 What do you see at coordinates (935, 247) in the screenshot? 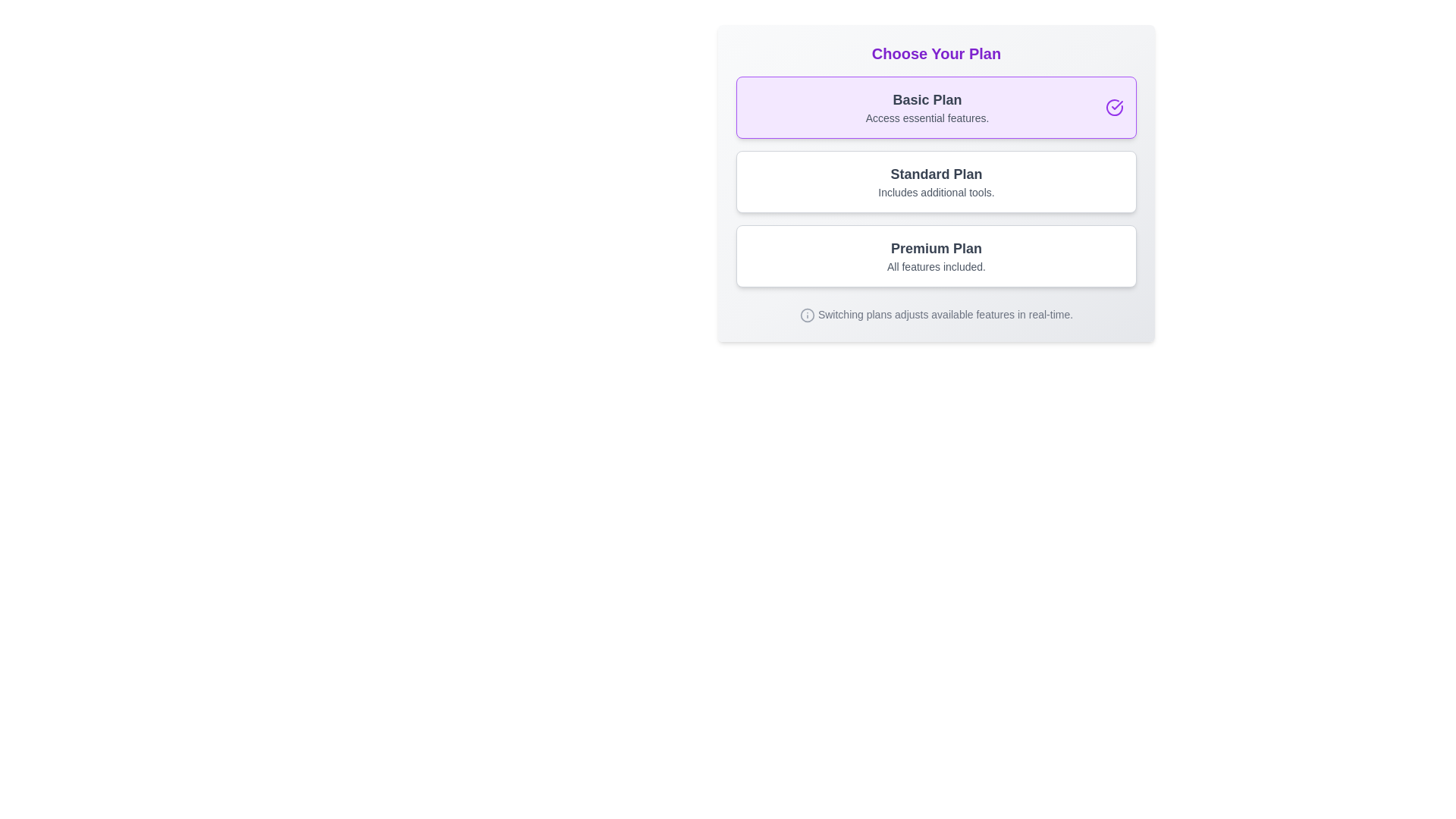
I see `the 'Premium Plan' text element, which is styled in bold and serves as the title of the third option in a vertical list of selectable plans` at bounding box center [935, 247].